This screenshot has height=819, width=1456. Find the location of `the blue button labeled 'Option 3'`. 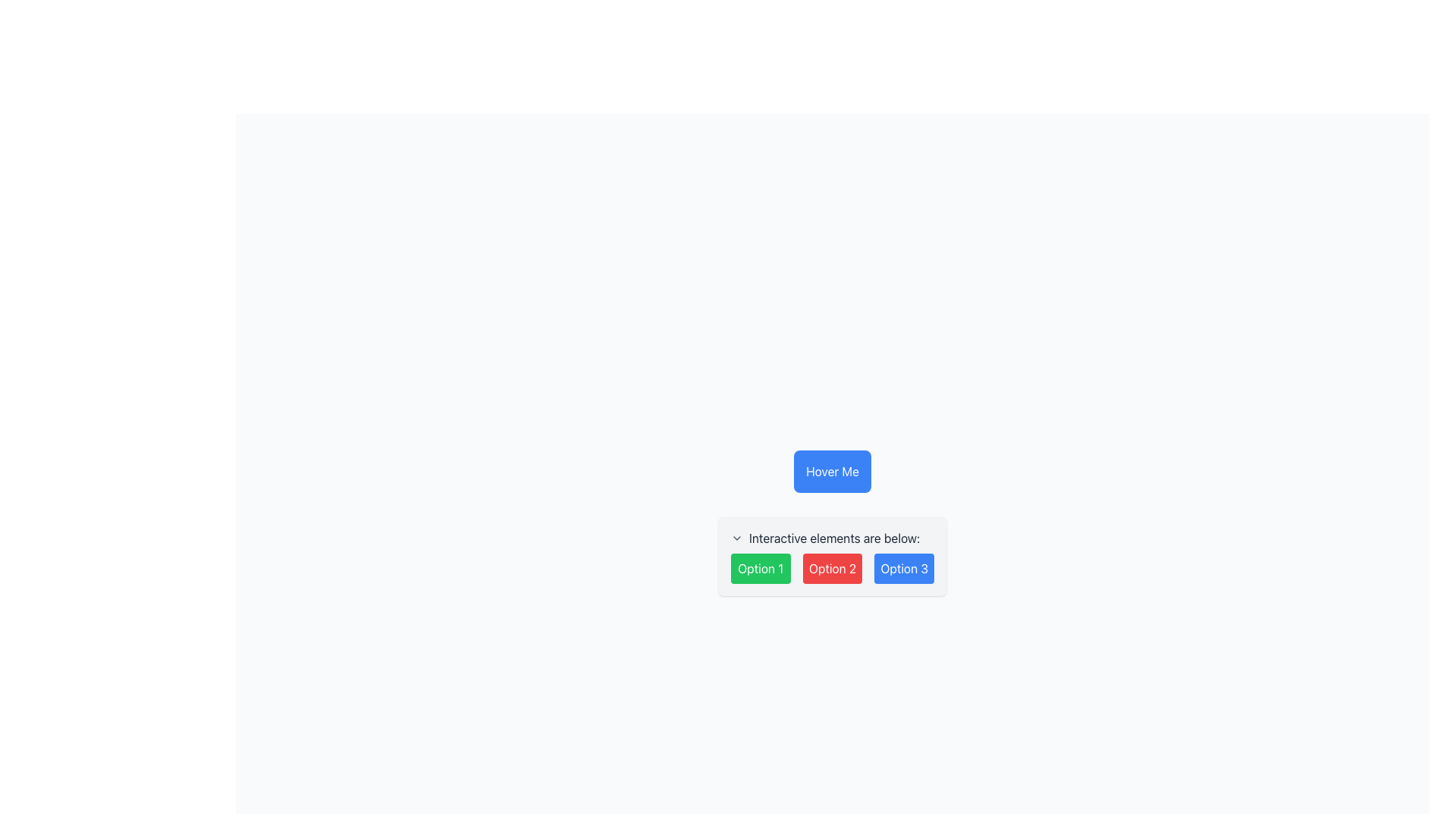

the blue button labeled 'Option 3' is located at coordinates (903, 568).